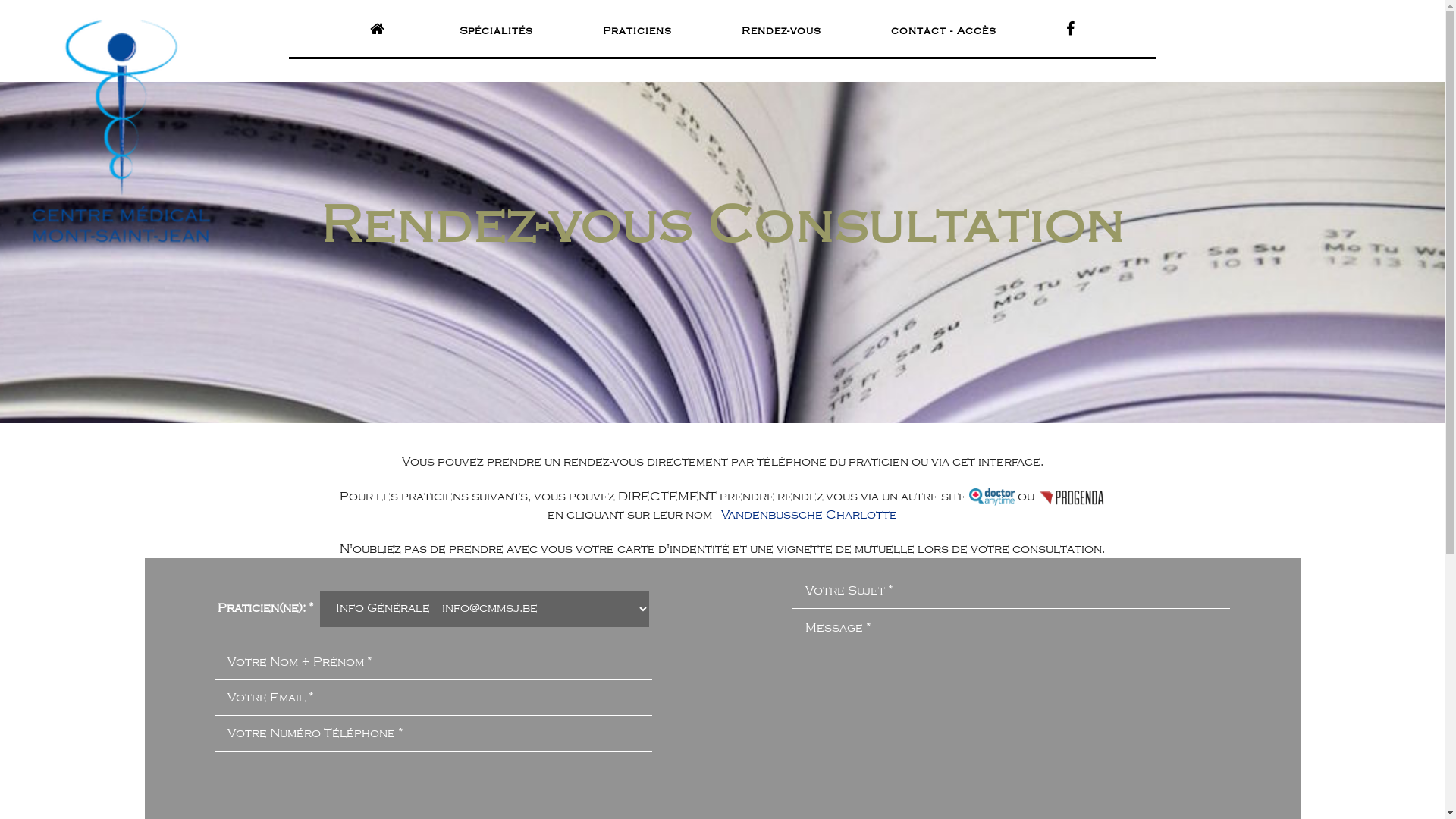 Image resolution: width=1456 pixels, height=819 pixels. I want to click on 'Vandenbussche Charlotte', so click(808, 513).